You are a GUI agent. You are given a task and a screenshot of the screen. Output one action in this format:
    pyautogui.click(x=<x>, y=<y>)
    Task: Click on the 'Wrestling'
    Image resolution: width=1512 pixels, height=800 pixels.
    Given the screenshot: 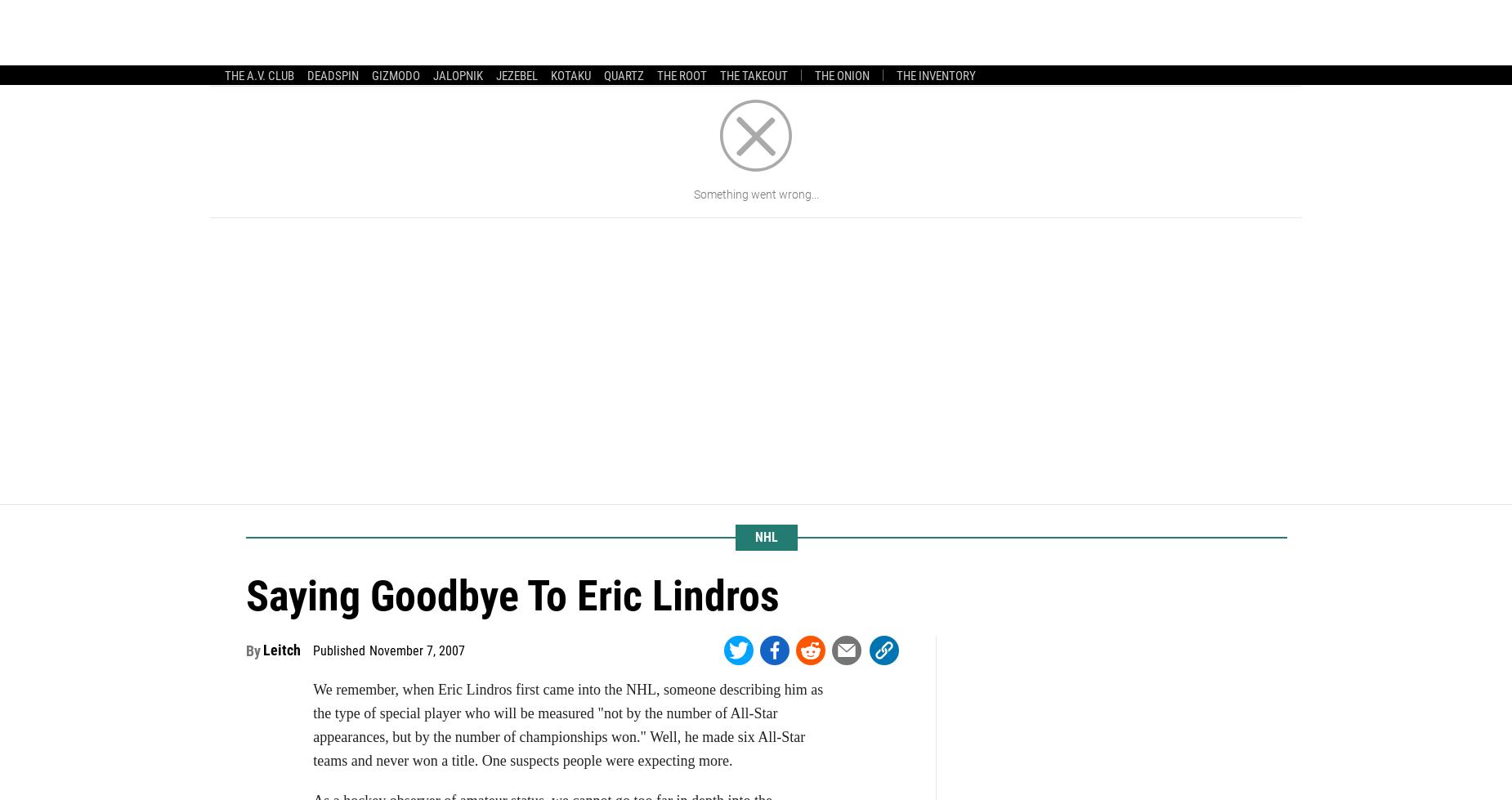 What is the action you would take?
    pyautogui.click(x=588, y=45)
    